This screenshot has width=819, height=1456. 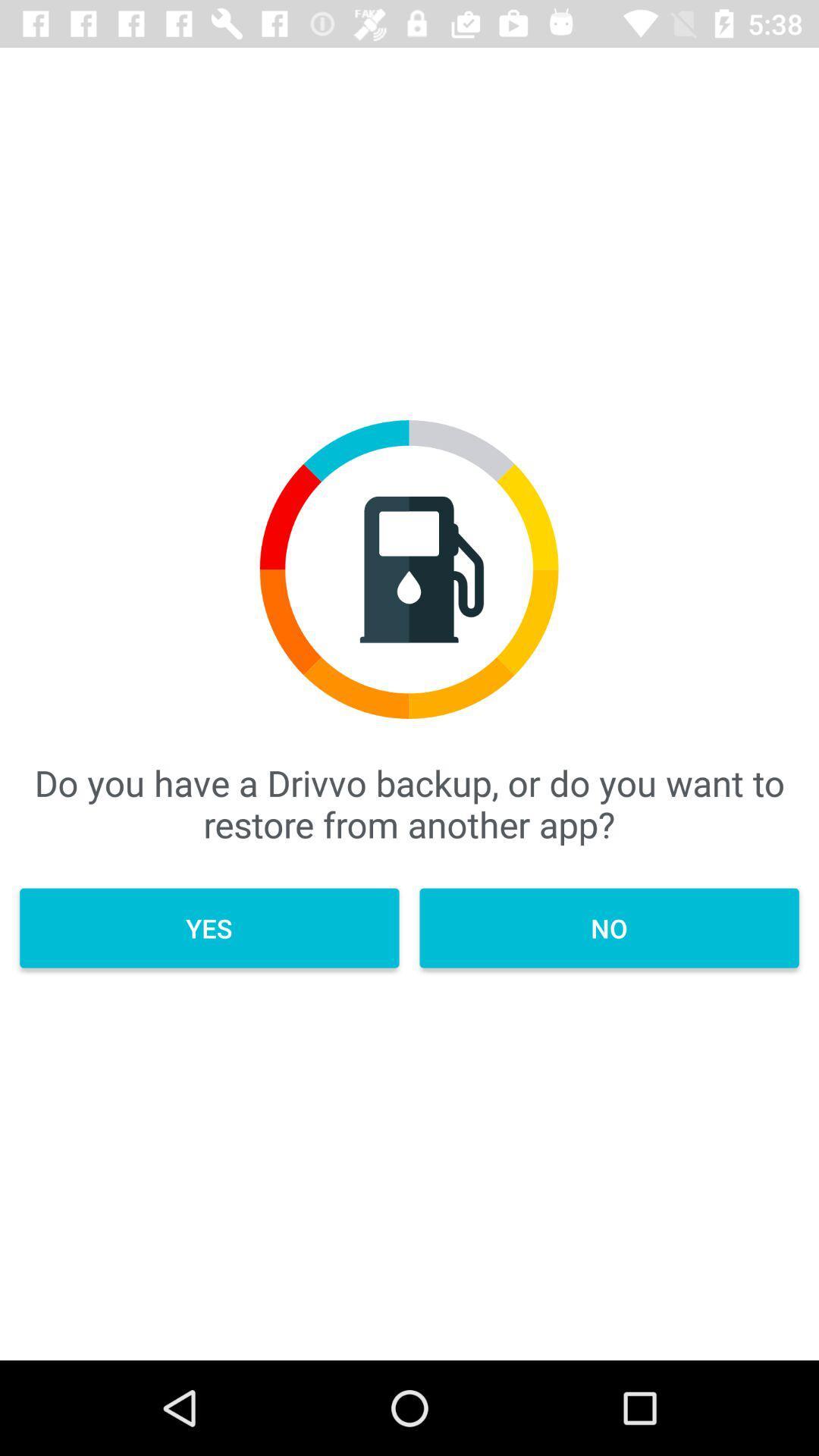 What do you see at coordinates (608, 927) in the screenshot?
I see `icon below do you have icon` at bounding box center [608, 927].